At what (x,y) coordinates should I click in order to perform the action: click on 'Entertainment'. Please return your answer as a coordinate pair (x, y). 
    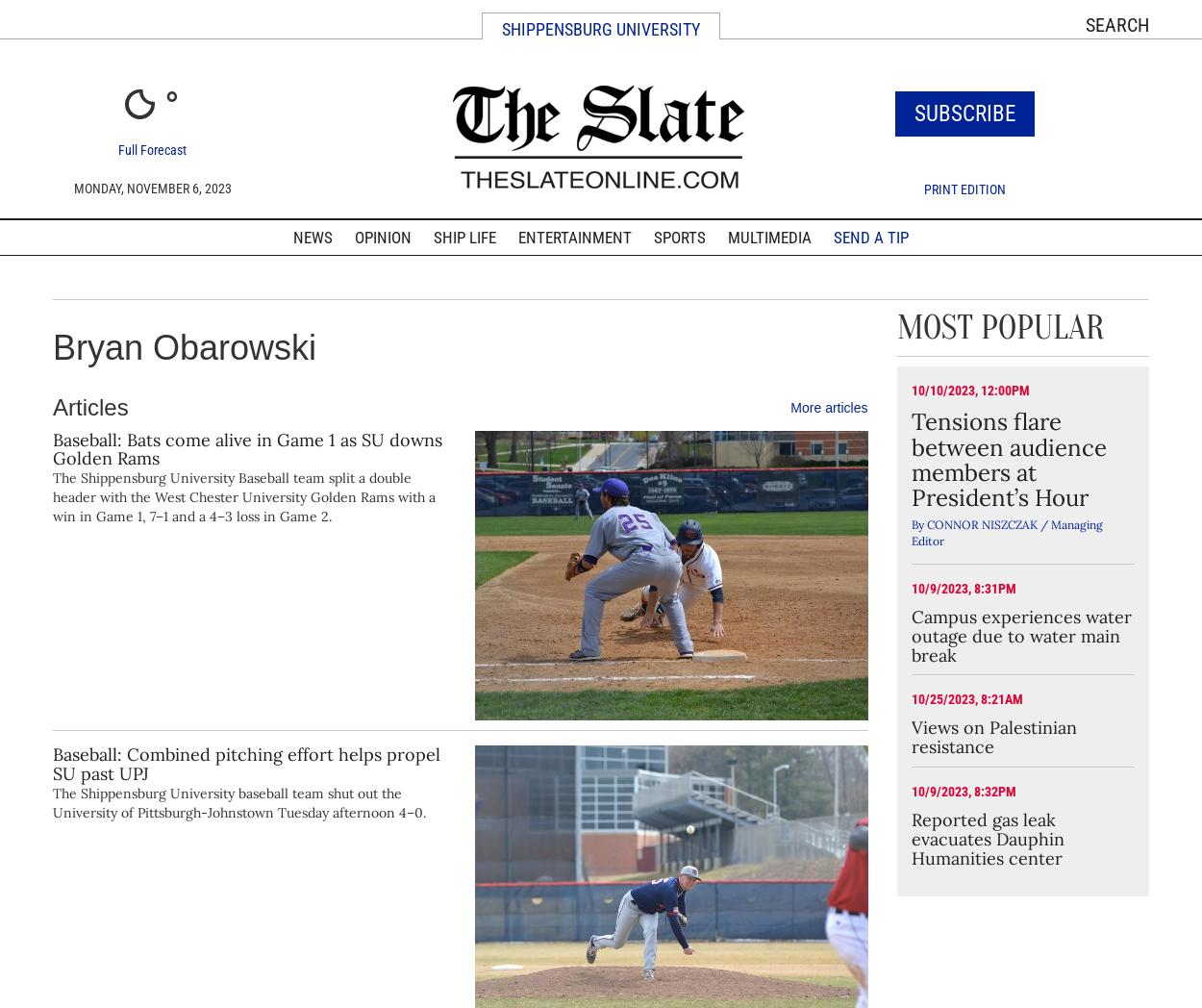
    Looking at the image, I should click on (518, 236).